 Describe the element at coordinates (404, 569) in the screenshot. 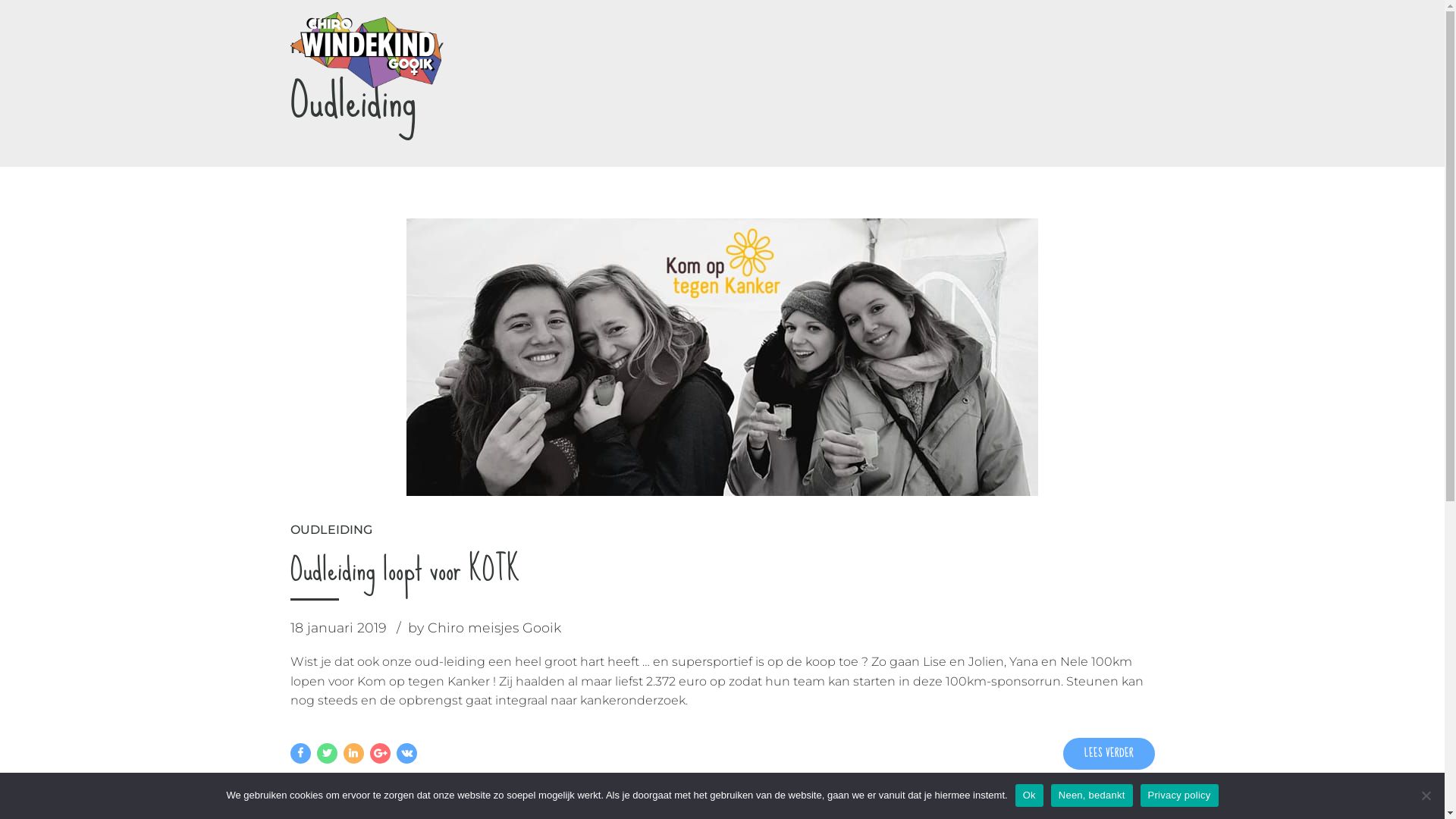

I see `'Oudleiding loopt voor KOTK'` at that location.